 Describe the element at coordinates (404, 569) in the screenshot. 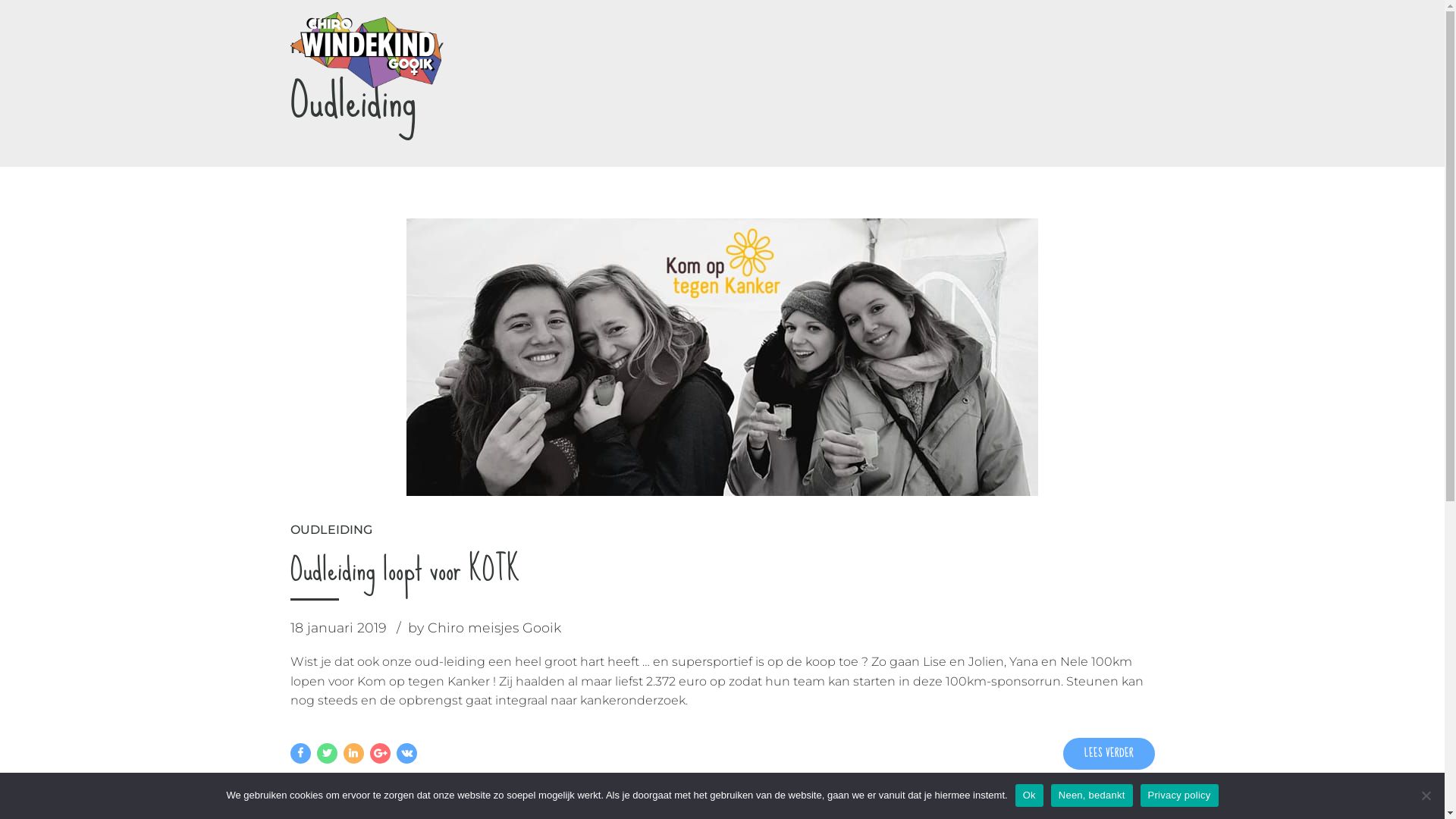

I see `'Oudleiding loopt voor KOTK'` at that location.